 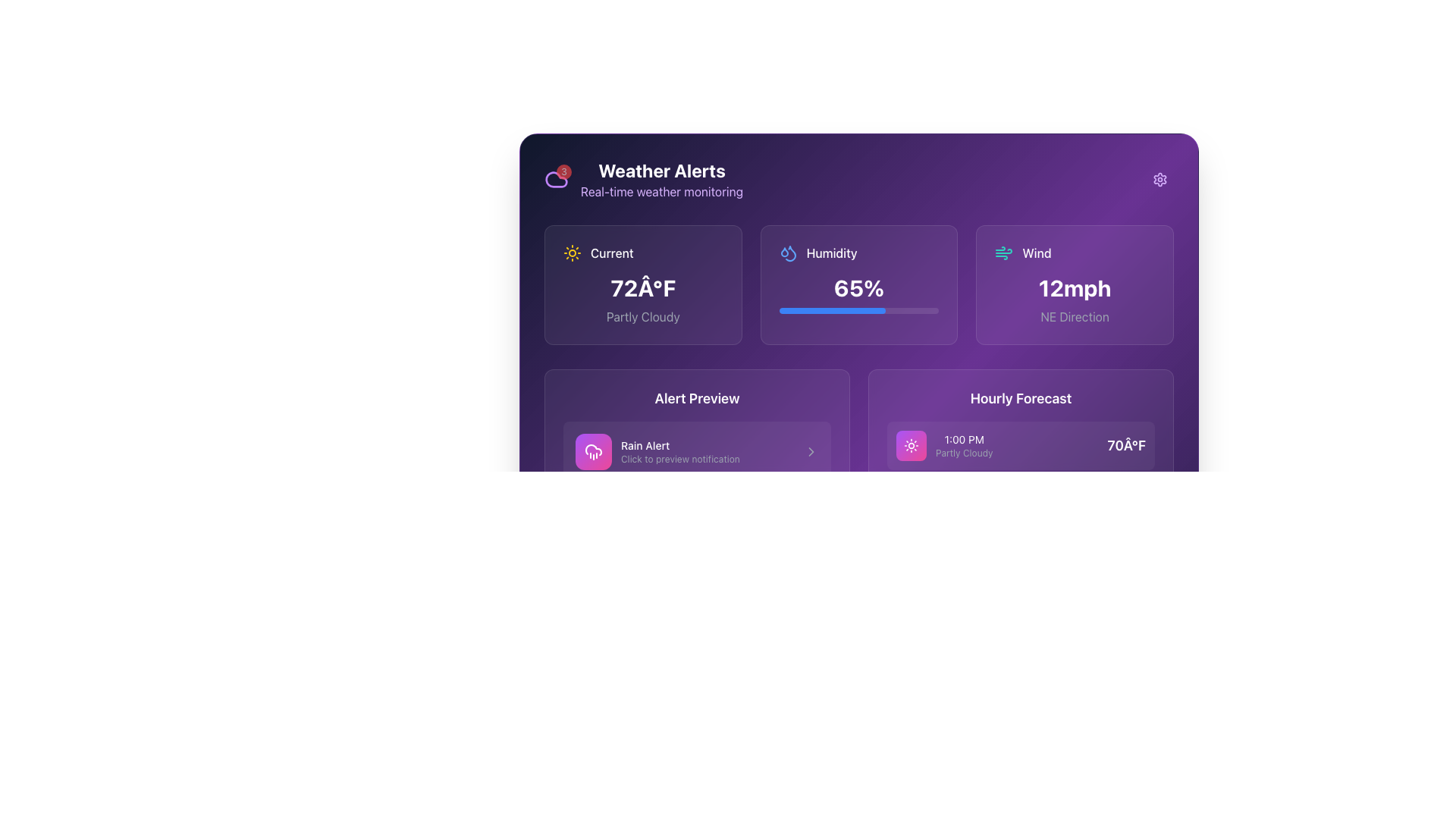 I want to click on the text label displaying the word 'Wind', which is part of a weather-themed card in the top-right corner of the dashboard interface, so click(x=1036, y=253).